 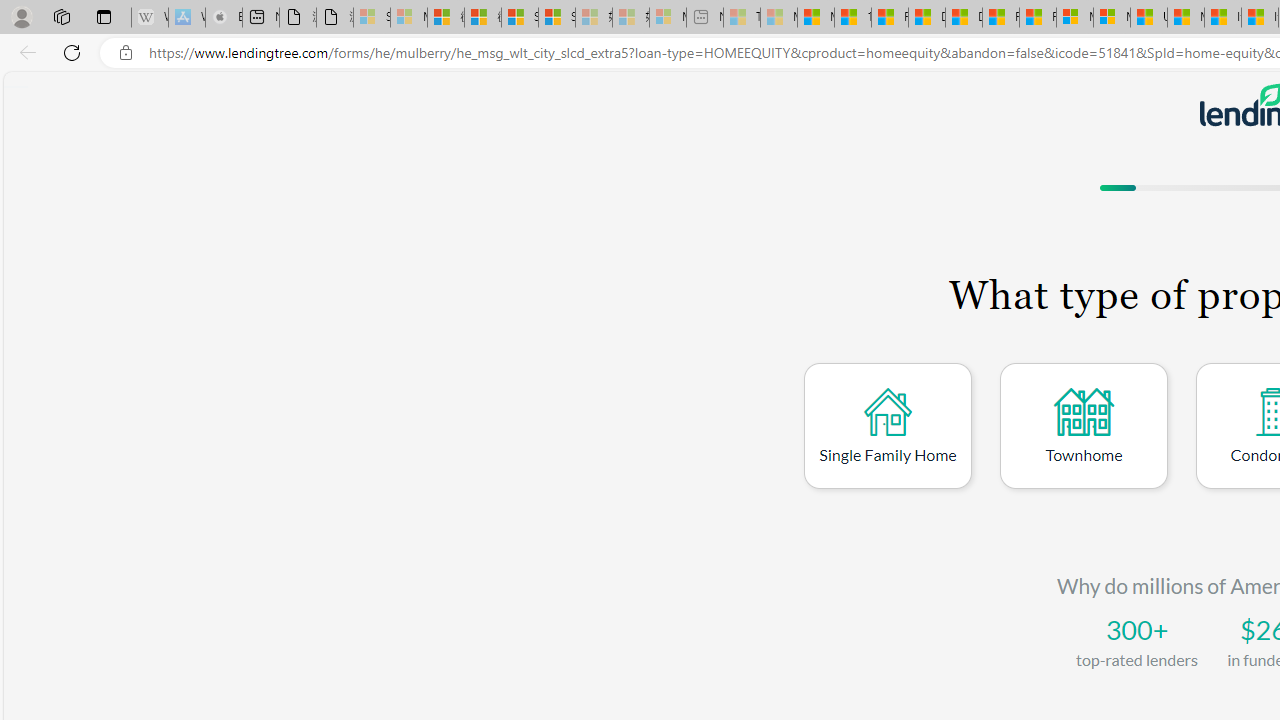 I want to click on 'US Heat Deaths Soared To Record High Last Year', so click(x=1149, y=17).